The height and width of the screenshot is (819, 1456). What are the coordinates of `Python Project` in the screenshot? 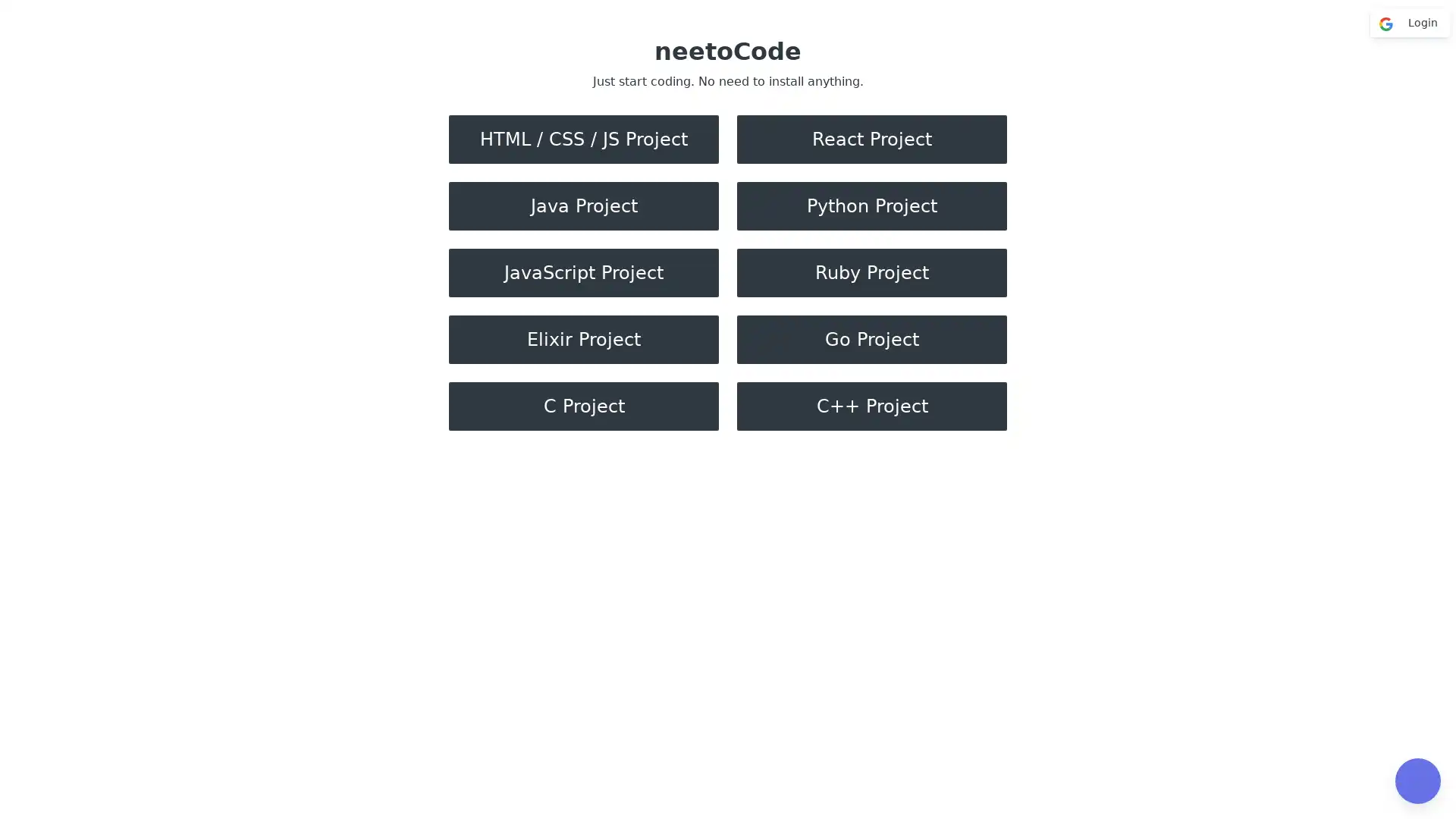 It's located at (872, 206).